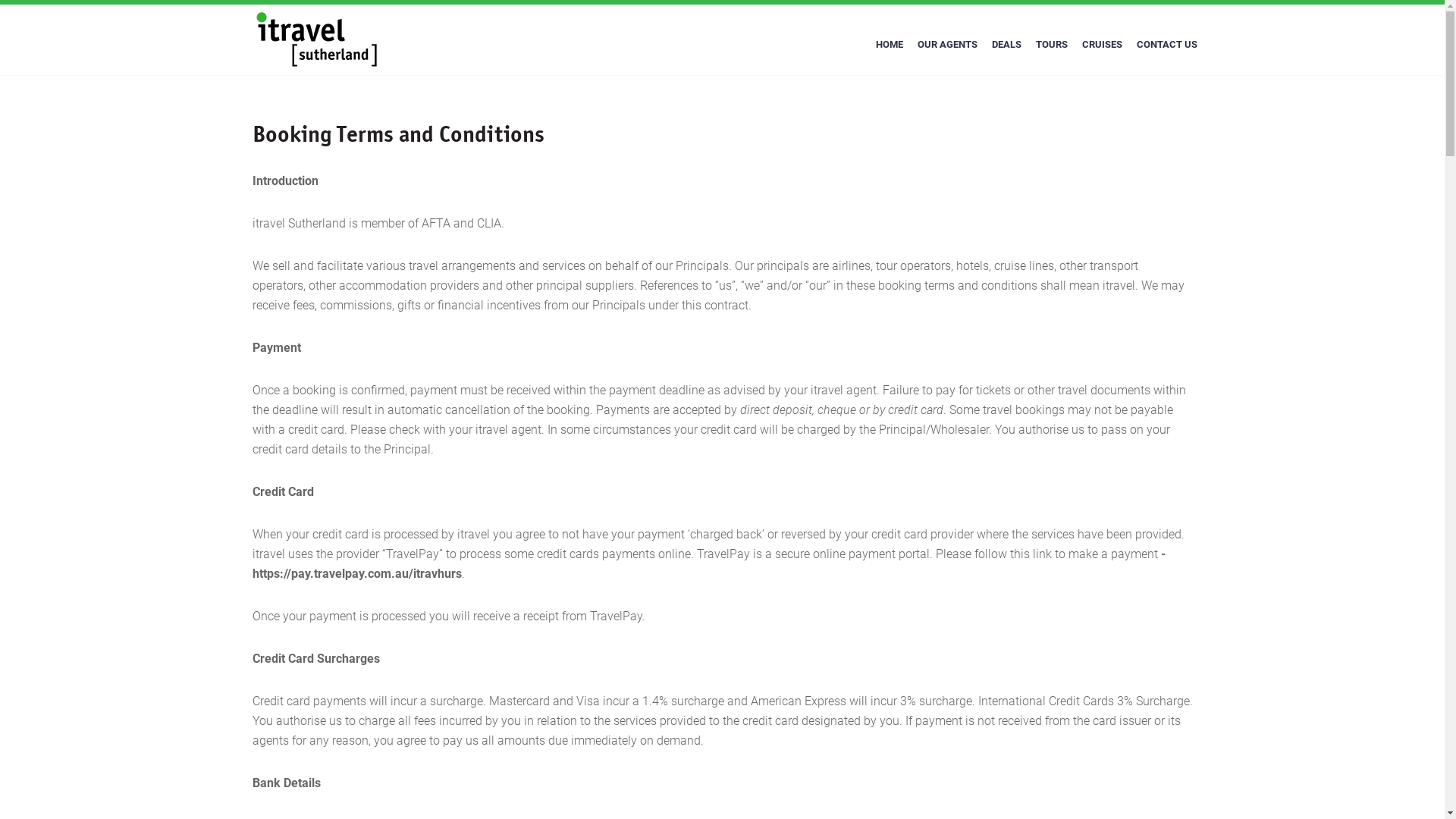 The width and height of the screenshot is (1456, 819). What do you see at coordinates (889, 43) in the screenshot?
I see `'HOME'` at bounding box center [889, 43].